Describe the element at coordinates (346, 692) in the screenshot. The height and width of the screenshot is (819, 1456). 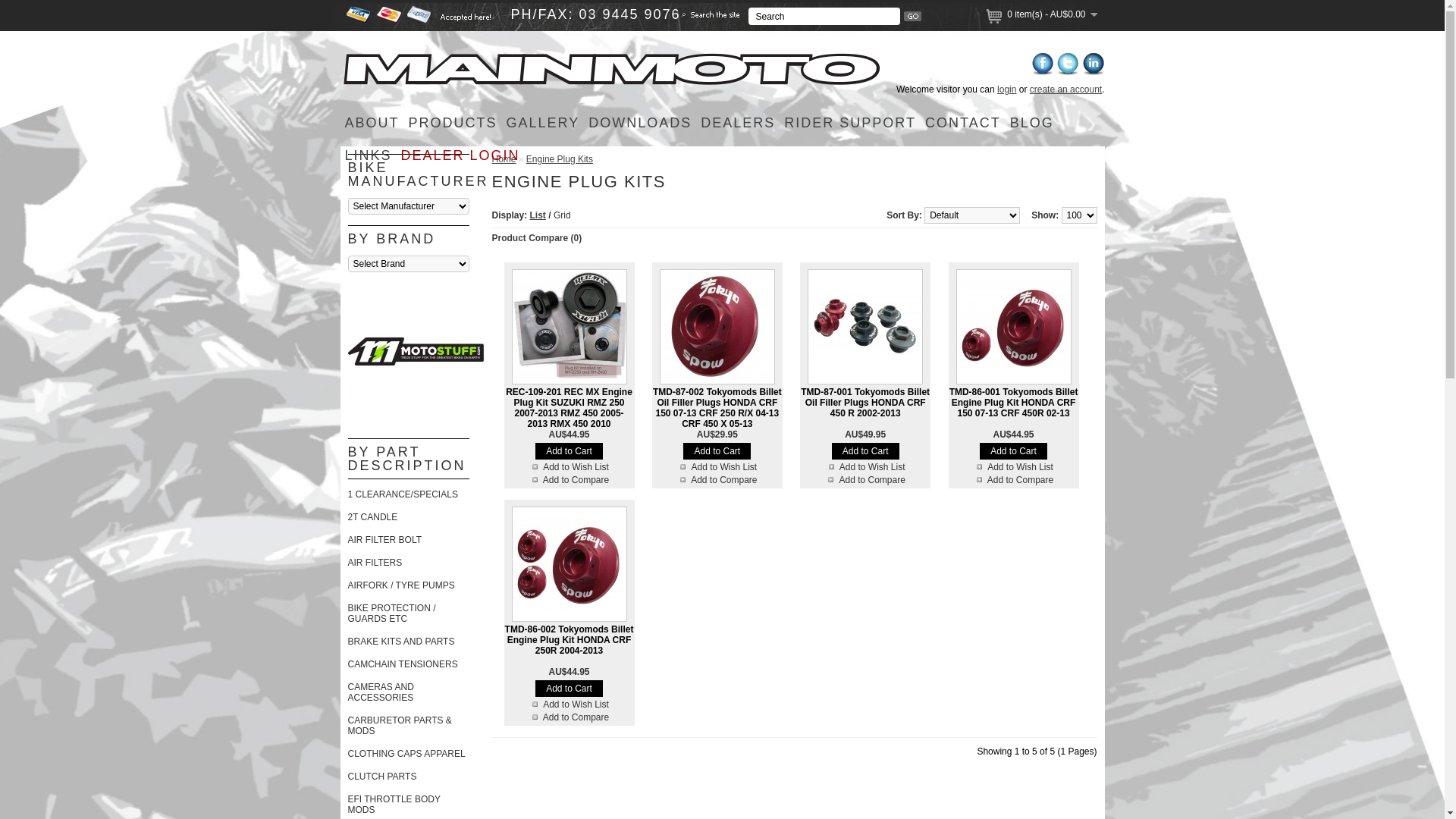
I see `'CAMERAS AND ACCESSORIES'` at that location.